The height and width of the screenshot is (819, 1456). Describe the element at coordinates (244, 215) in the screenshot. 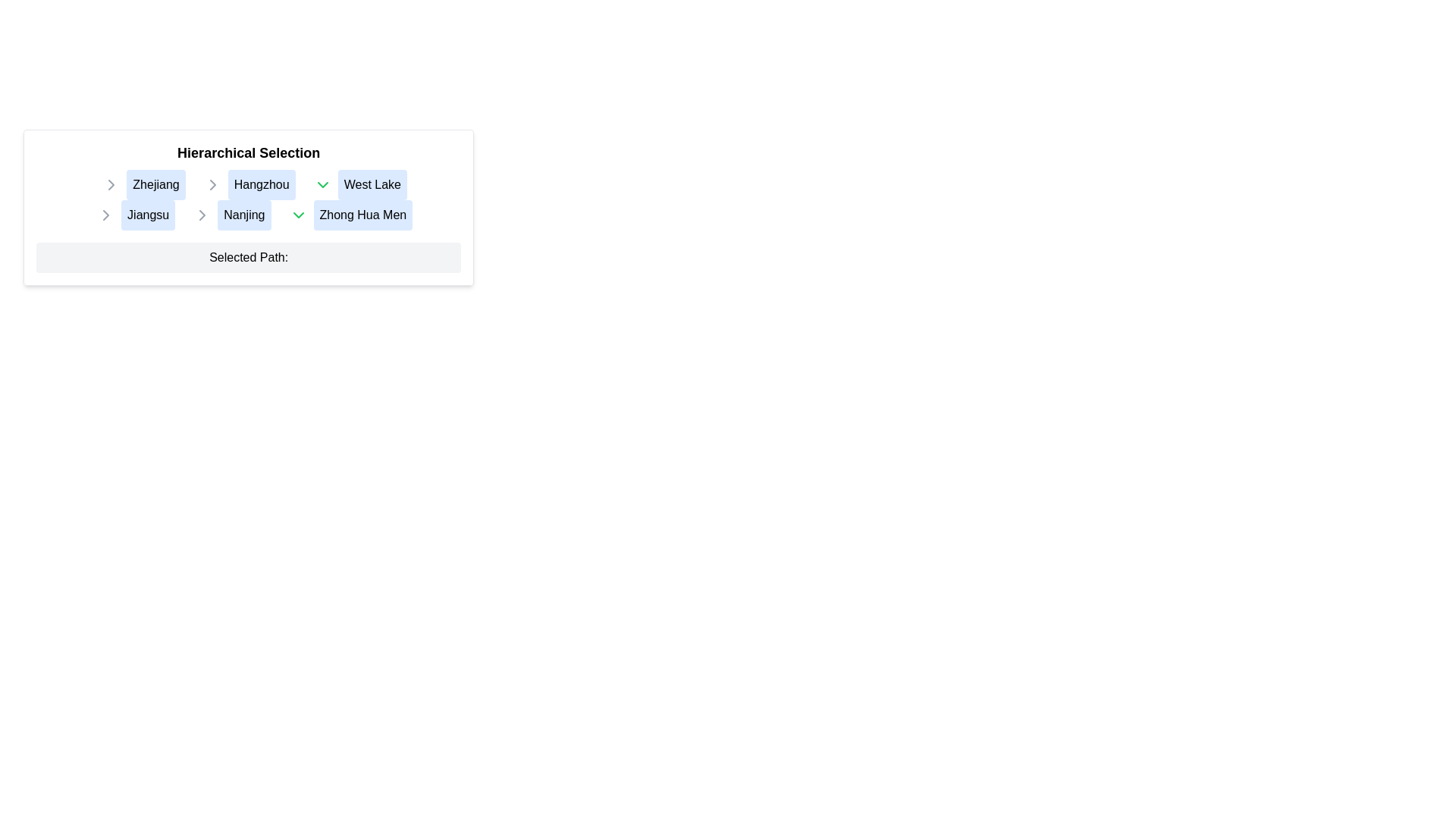

I see `the light blue button labeled 'Nanjing'` at that location.